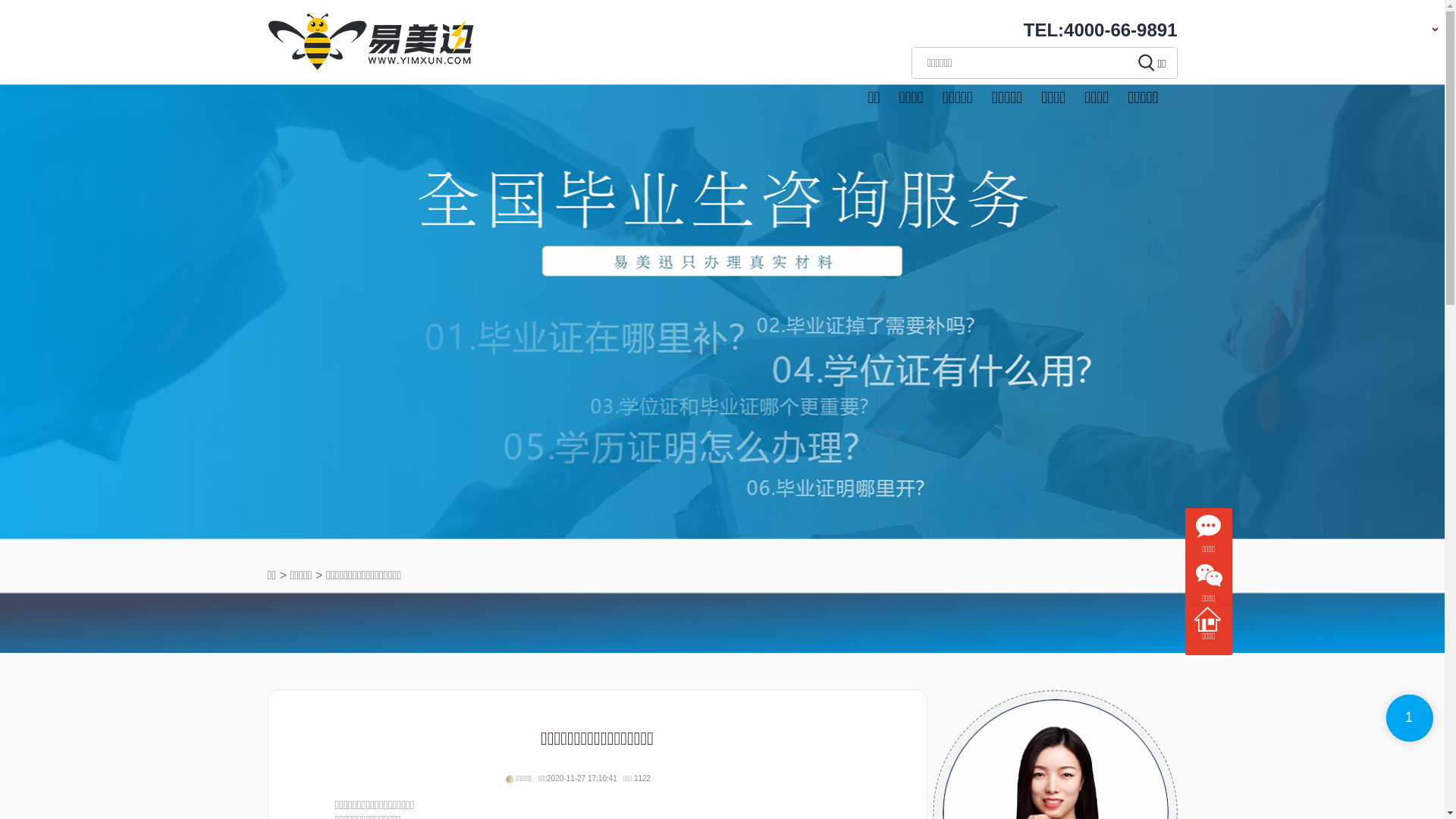 This screenshot has width=1456, height=819. What do you see at coordinates (1408, 717) in the screenshot?
I see `'1'` at bounding box center [1408, 717].